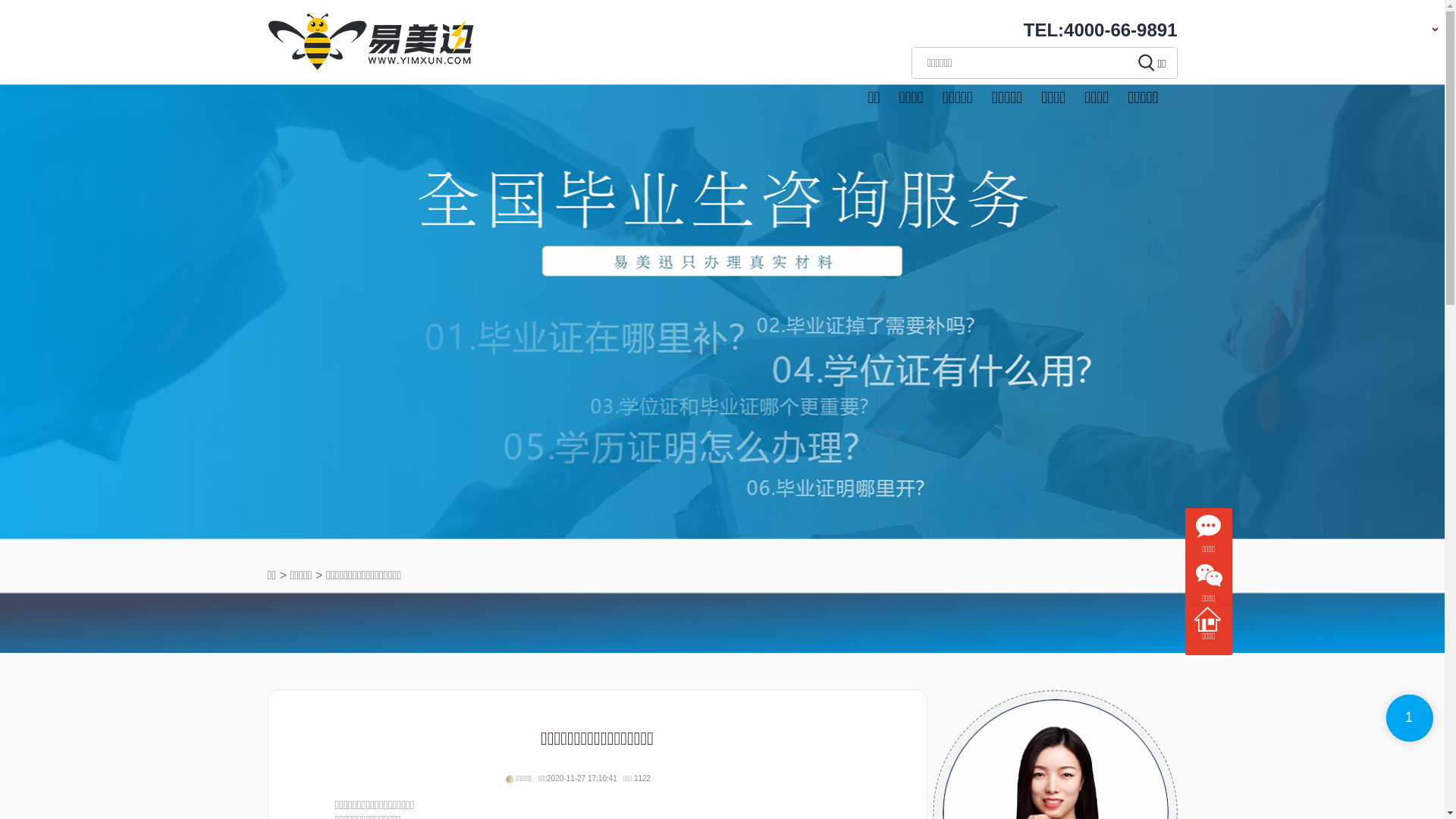 This screenshot has width=1456, height=819. What do you see at coordinates (1408, 717) in the screenshot?
I see `'1'` at bounding box center [1408, 717].